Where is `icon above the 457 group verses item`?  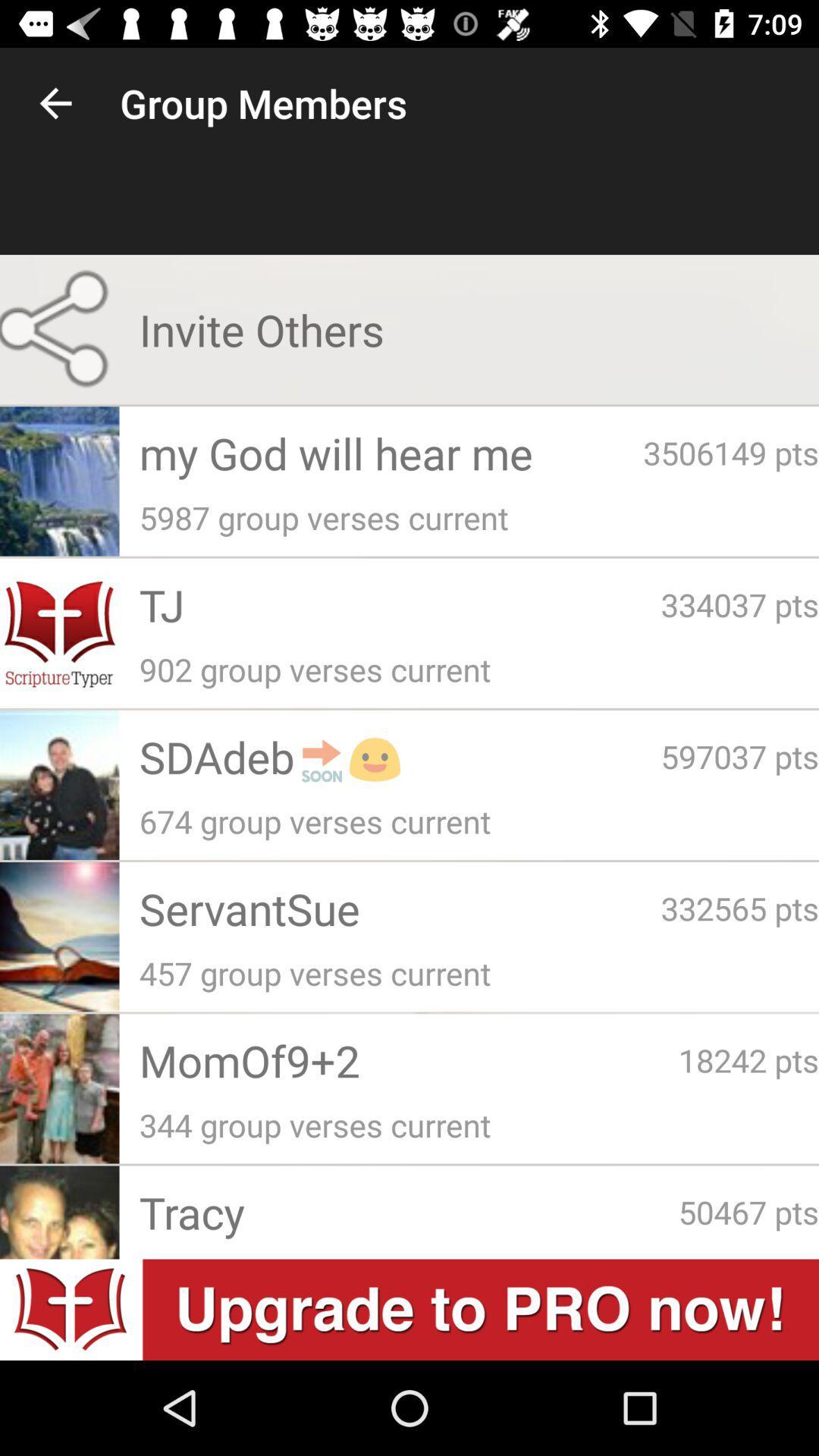
icon above the 457 group verses item is located at coordinates (399, 908).